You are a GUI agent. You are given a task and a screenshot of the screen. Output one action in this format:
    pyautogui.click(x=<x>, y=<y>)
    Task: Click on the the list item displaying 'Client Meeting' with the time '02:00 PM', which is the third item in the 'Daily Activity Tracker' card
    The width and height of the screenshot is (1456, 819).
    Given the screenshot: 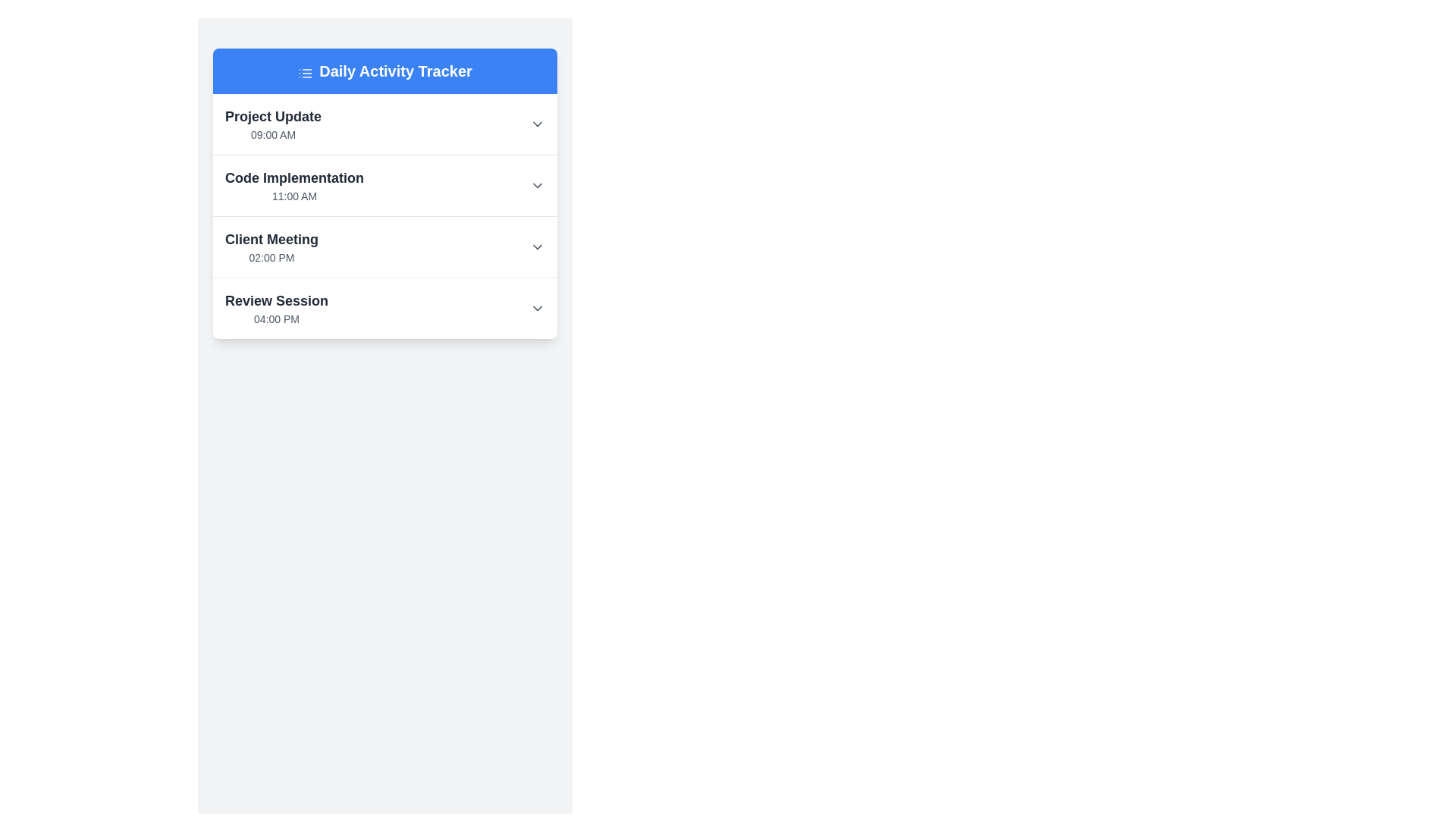 What is the action you would take?
    pyautogui.click(x=271, y=246)
    